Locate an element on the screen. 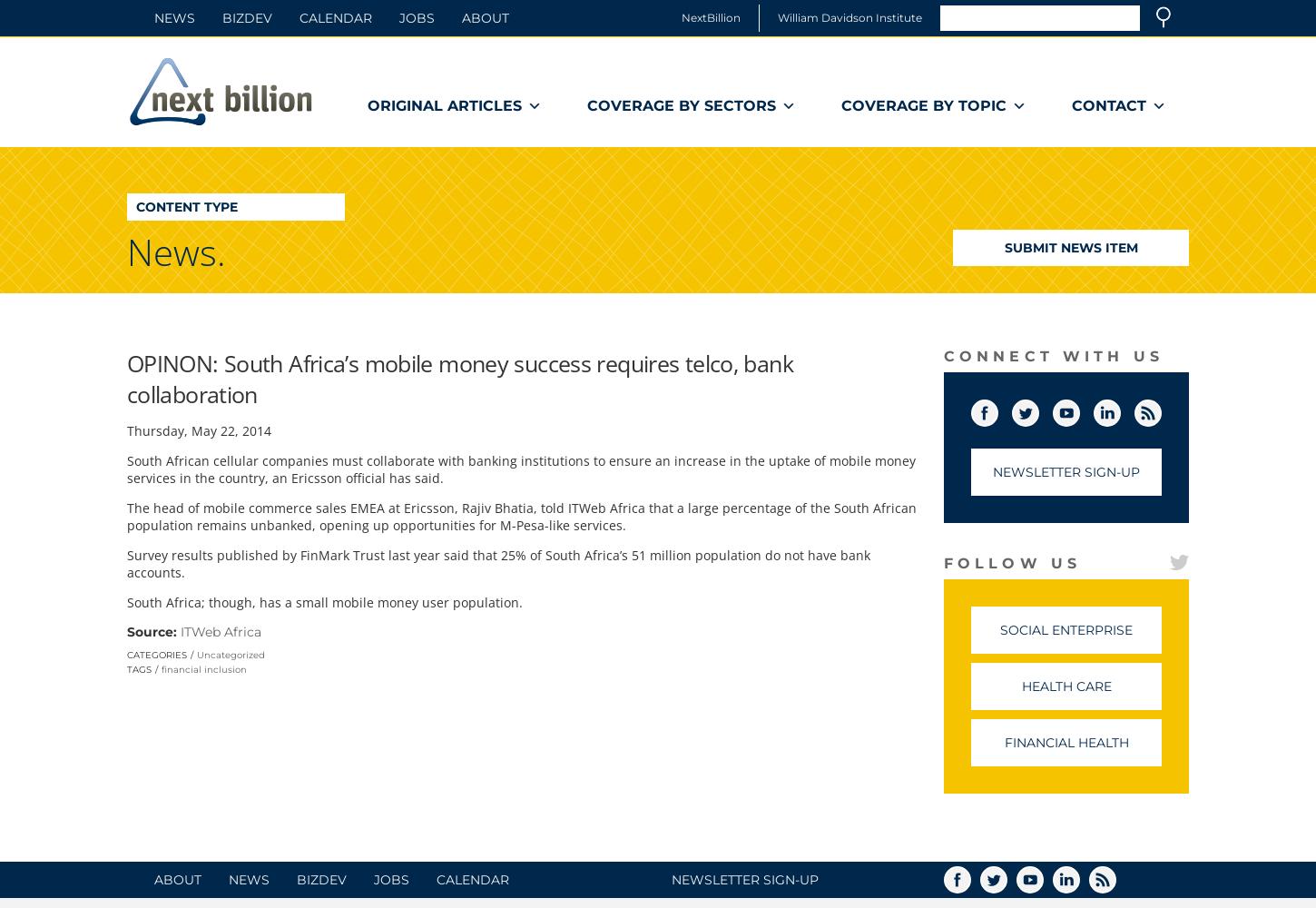  'OPINON: South Africa’s mobile money success requires telco, bank collaboration' is located at coordinates (126, 379).